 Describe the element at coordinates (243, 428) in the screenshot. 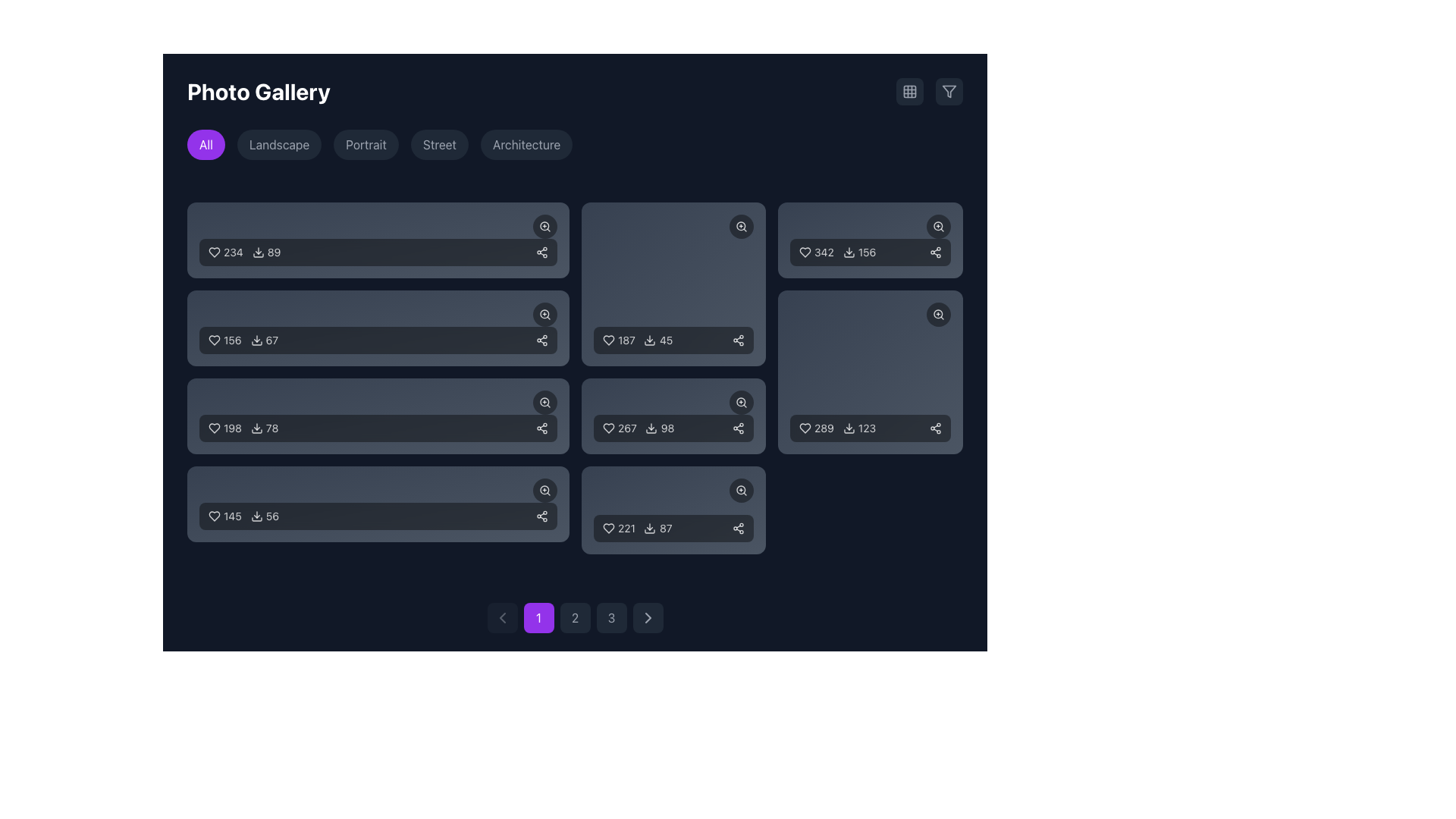

I see `the popularity metrics display element, which includes a heart icon for likes and a download icon for downloads, located in the third row of a grid layout` at that location.